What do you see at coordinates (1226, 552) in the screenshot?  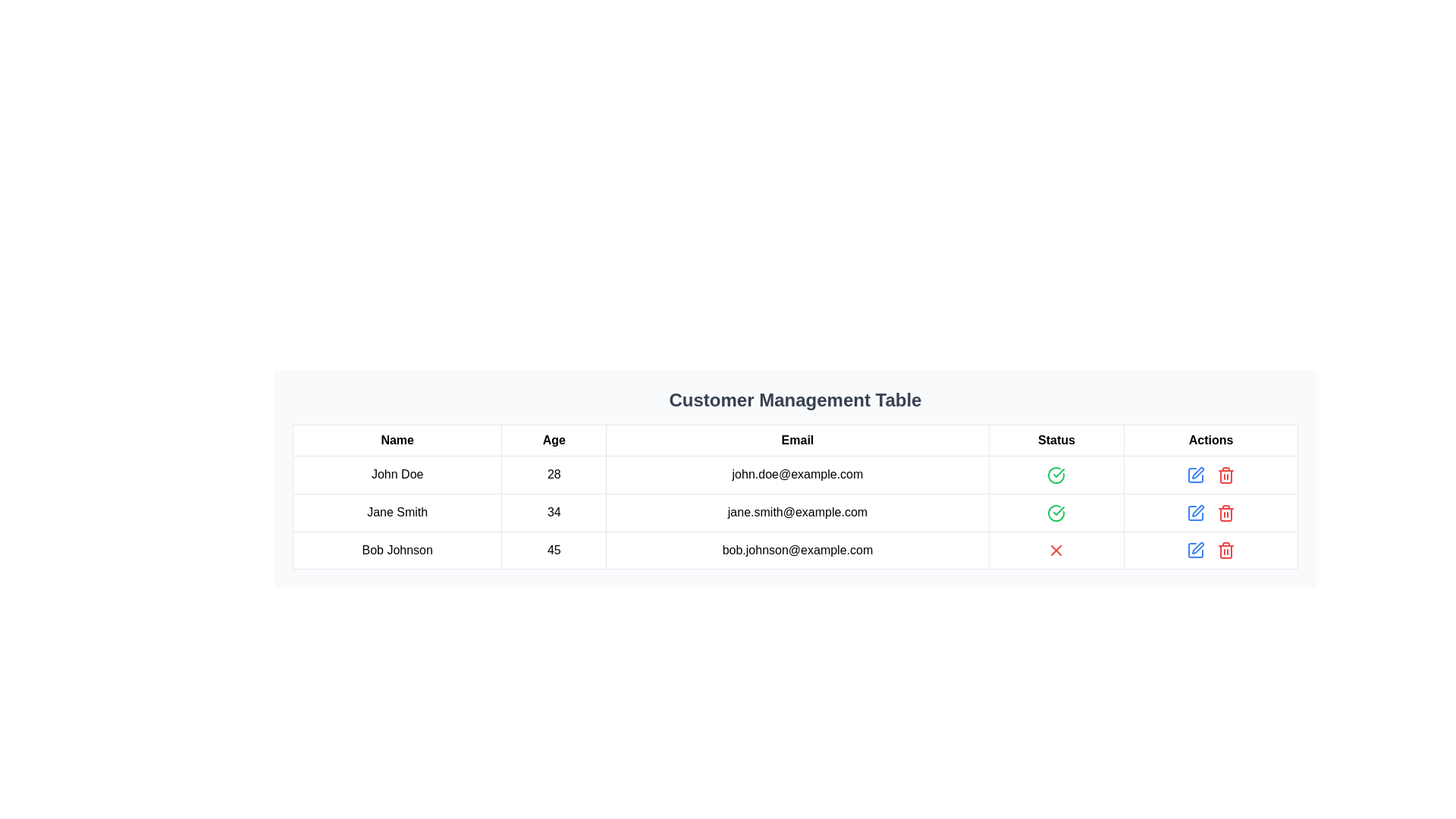 I see `the trash can icon in the Actions column of the third row in the Customer Management Table` at bounding box center [1226, 552].